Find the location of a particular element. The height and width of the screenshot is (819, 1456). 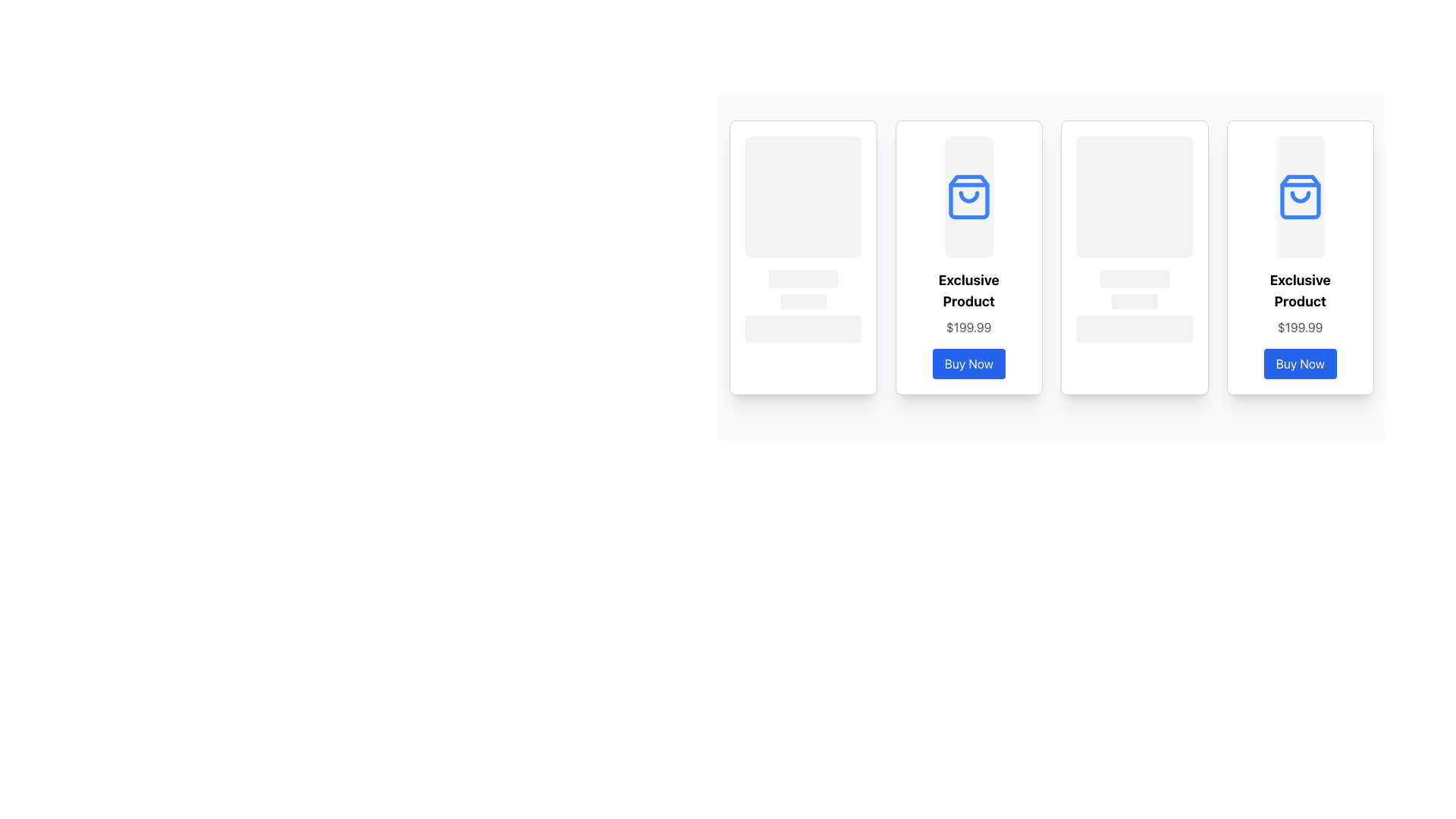

text of the product title label located within the bordered card layout, positioned below the placeholder image and above the price label '$199.99' is located at coordinates (968, 291).